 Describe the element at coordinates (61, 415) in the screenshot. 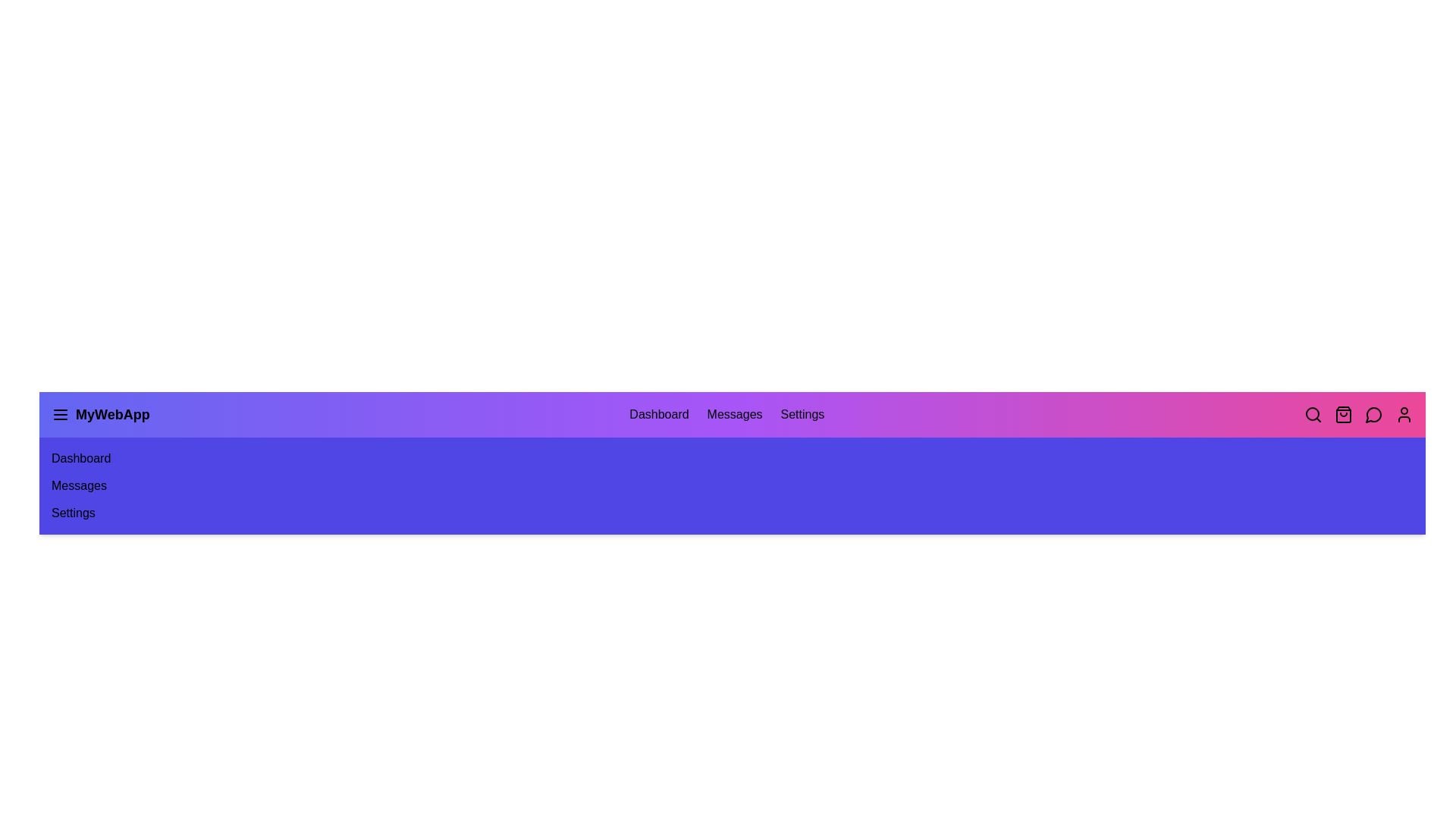

I see `the menu toggle button to toggle the menu visibility` at that location.